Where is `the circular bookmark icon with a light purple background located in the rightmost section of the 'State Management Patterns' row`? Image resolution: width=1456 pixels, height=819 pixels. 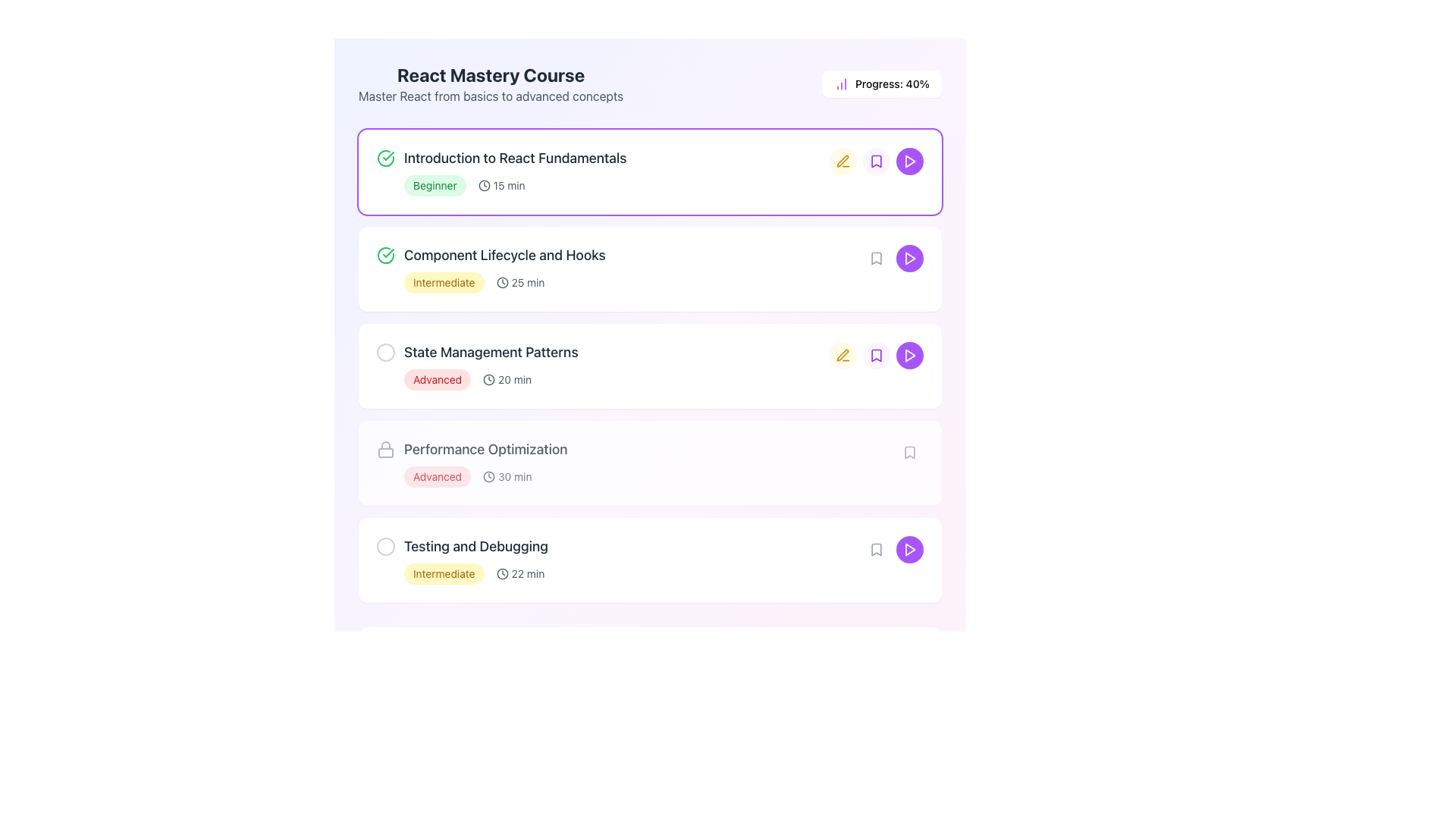 the circular bookmark icon with a light purple background located in the rightmost section of the 'State Management Patterns' row is located at coordinates (877, 356).